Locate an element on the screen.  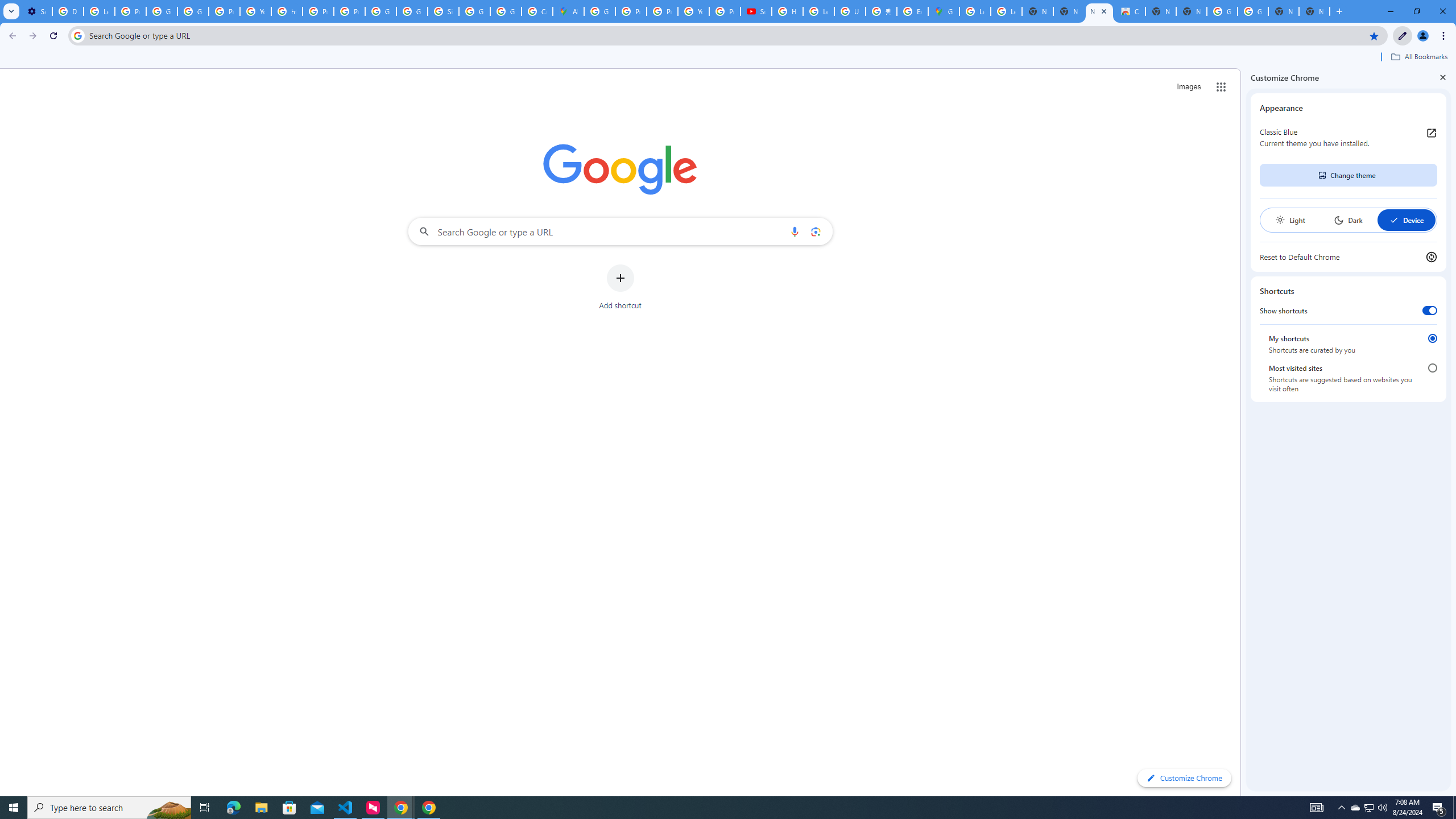
'Privacy Help Center - Policies Help' is located at coordinates (661, 11).